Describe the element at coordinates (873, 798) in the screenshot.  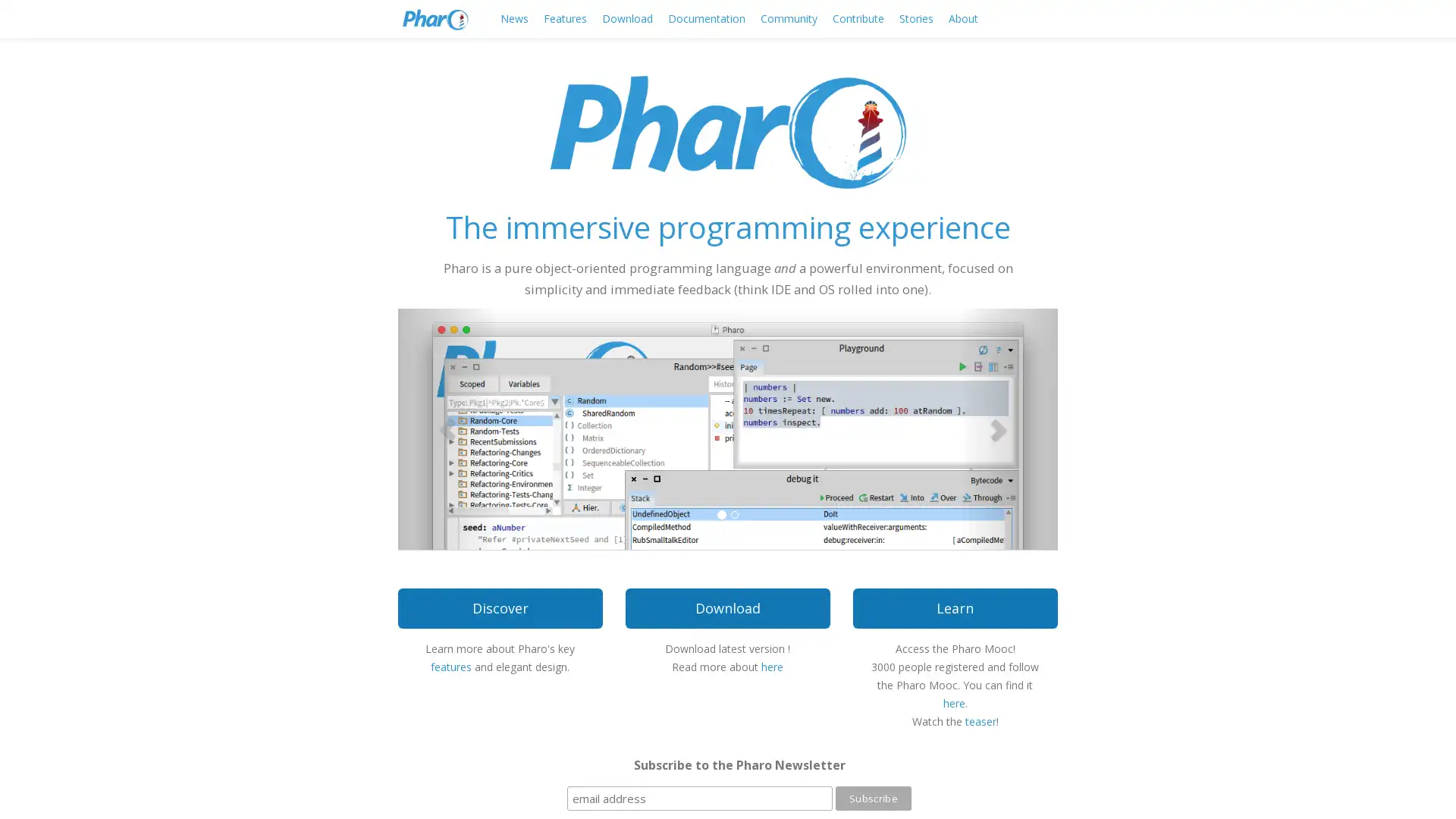
I see `Subscribe` at that location.